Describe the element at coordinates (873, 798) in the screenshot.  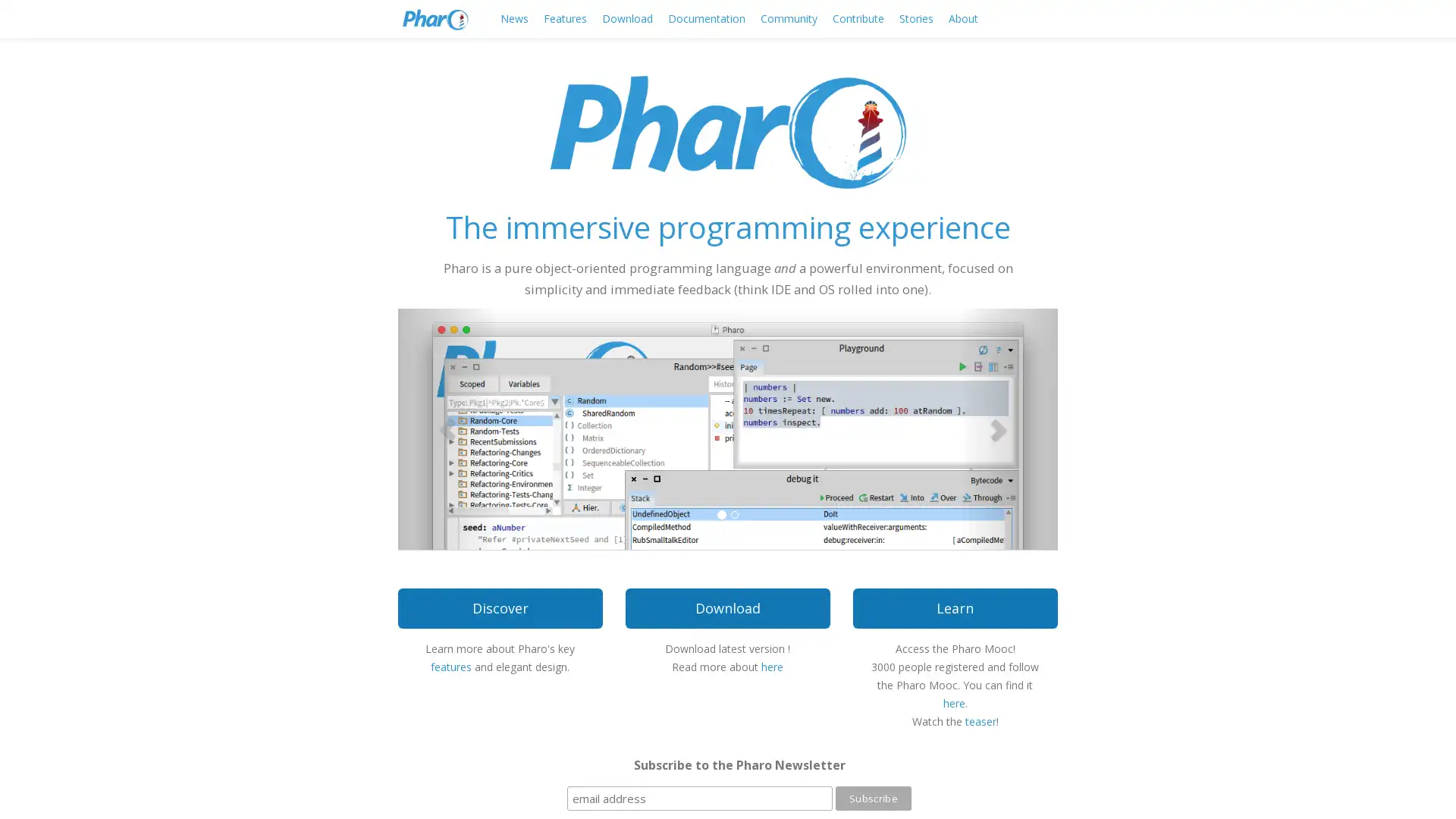
I see `Subscribe` at that location.